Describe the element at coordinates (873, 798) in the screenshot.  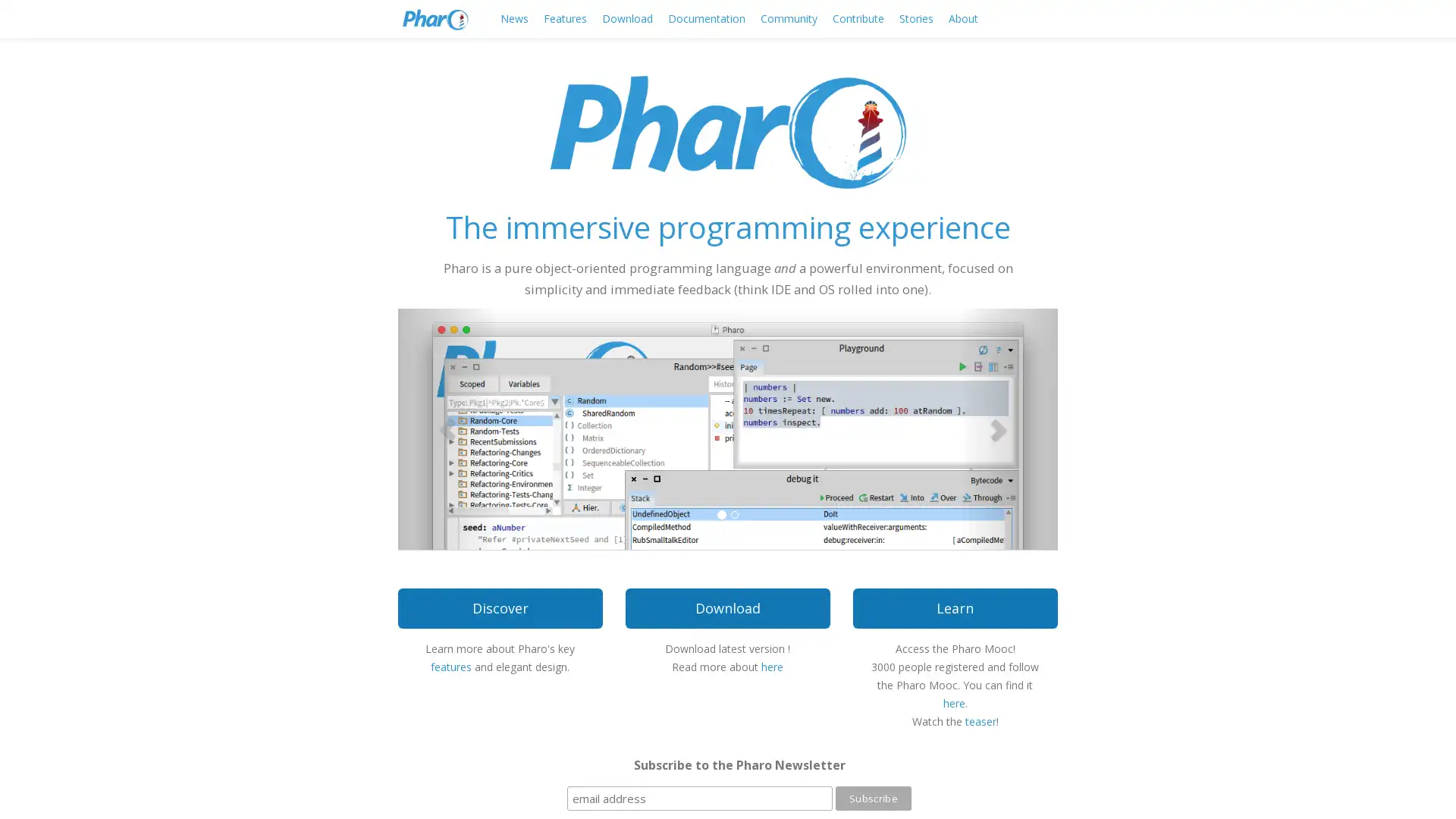
I see `Subscribe` at that location.